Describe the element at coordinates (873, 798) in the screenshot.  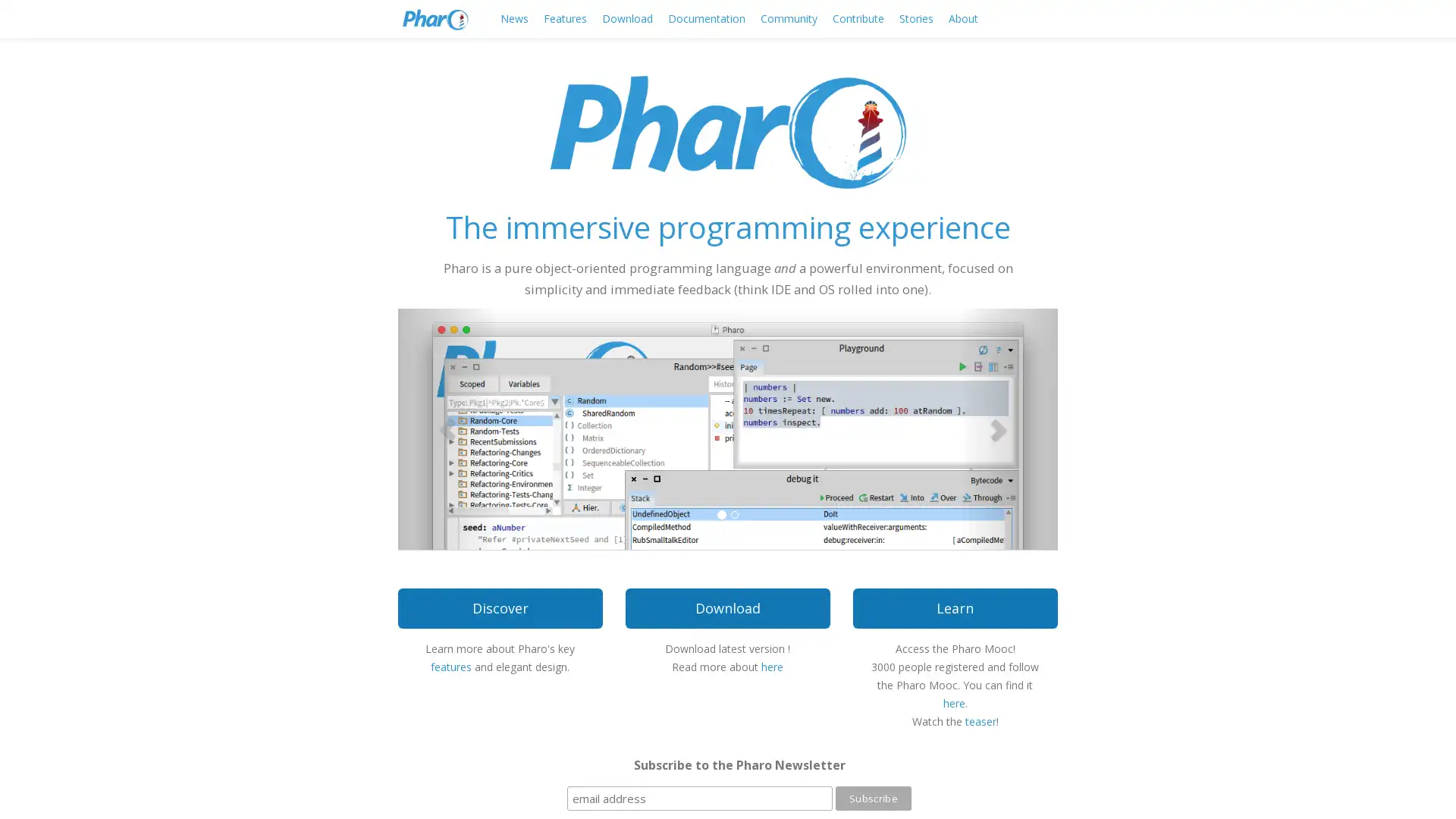
I see `Subscribe` at that location.